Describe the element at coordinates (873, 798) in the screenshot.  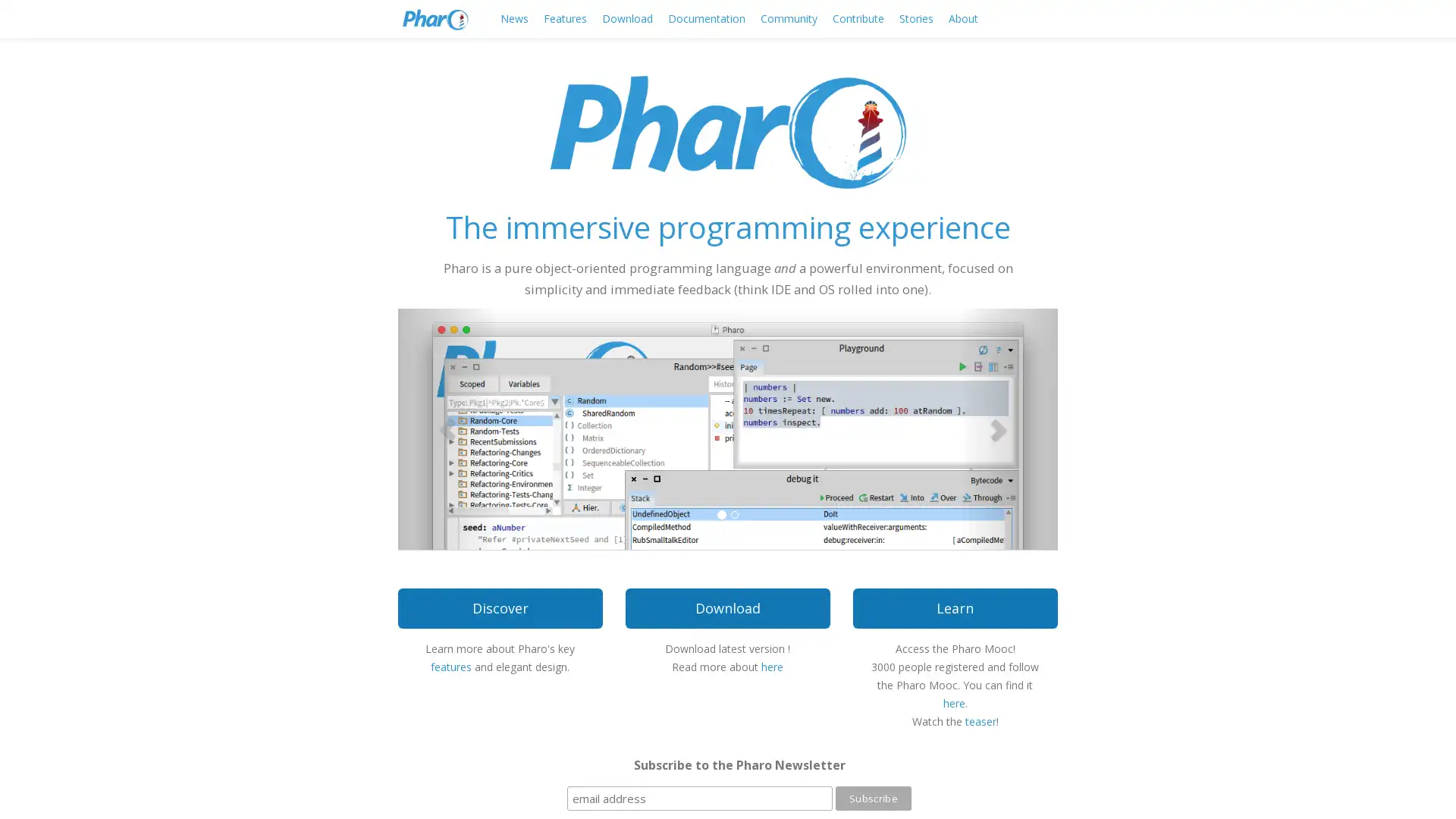
I see `Subscribe` at that location.